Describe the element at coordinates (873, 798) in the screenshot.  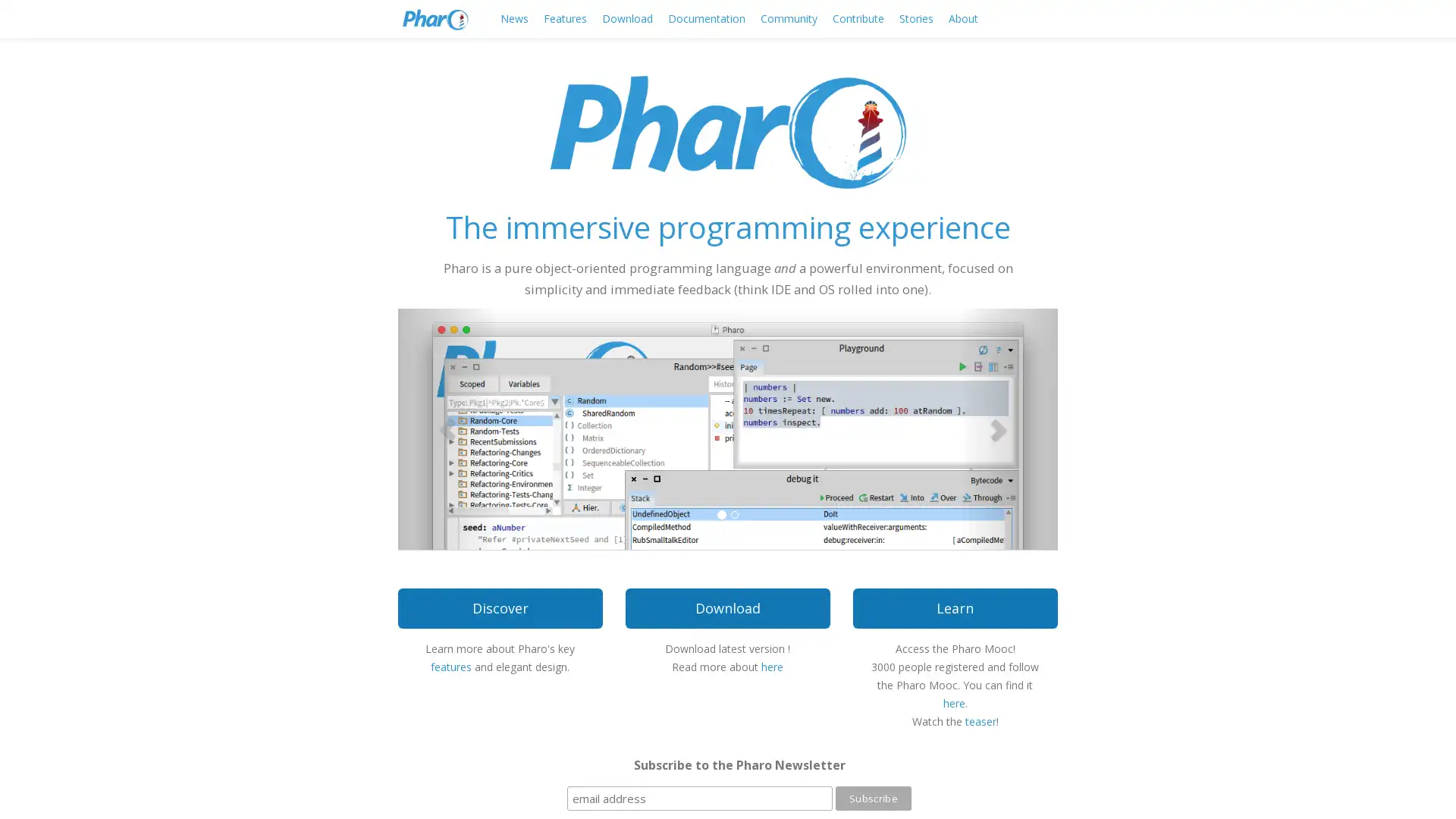
I see `Subscribe` at that location.